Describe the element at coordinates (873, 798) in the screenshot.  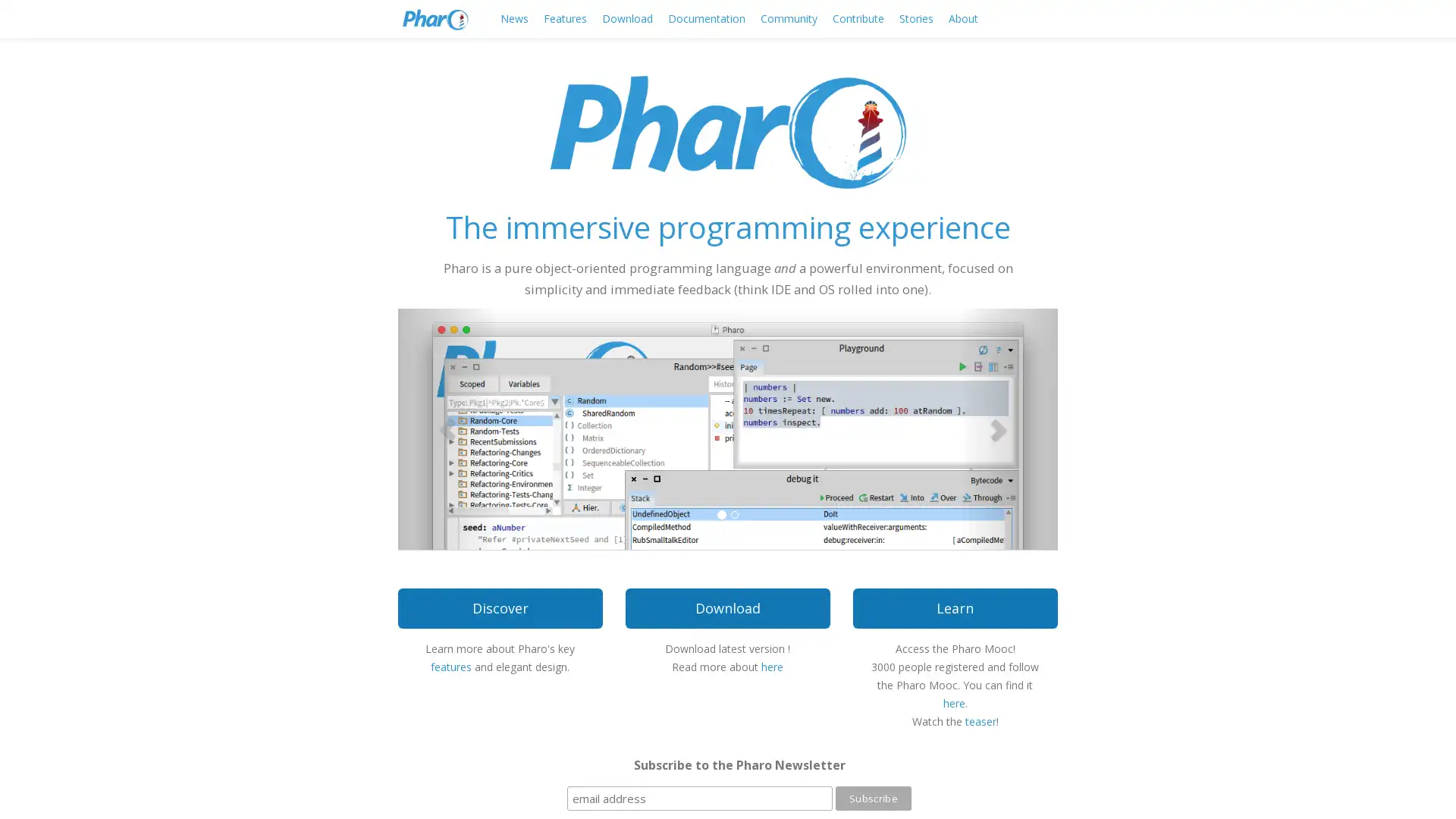
I see `Subscribe` at that location.